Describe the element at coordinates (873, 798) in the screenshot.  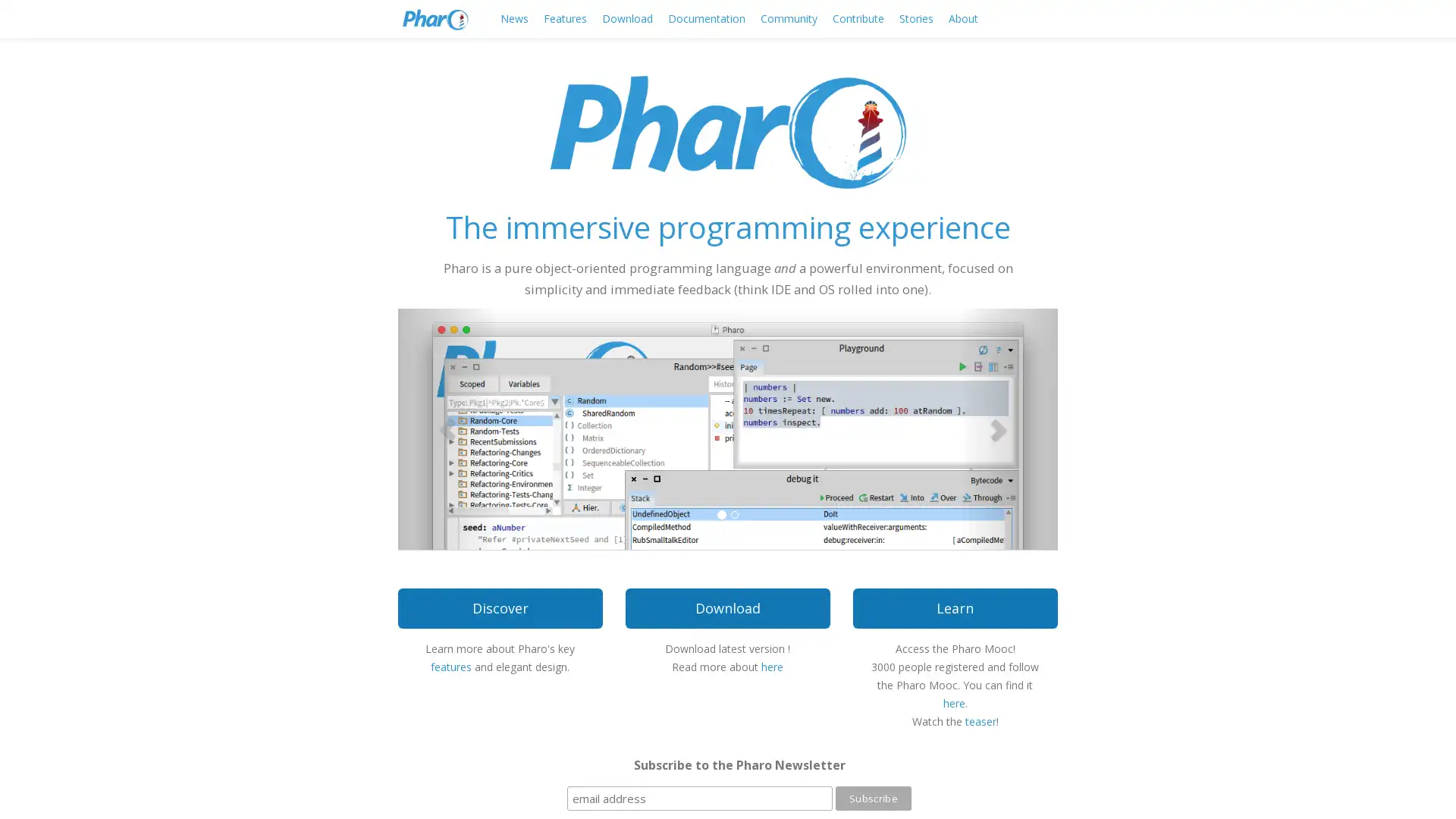
I see `Subscribe` at that location.